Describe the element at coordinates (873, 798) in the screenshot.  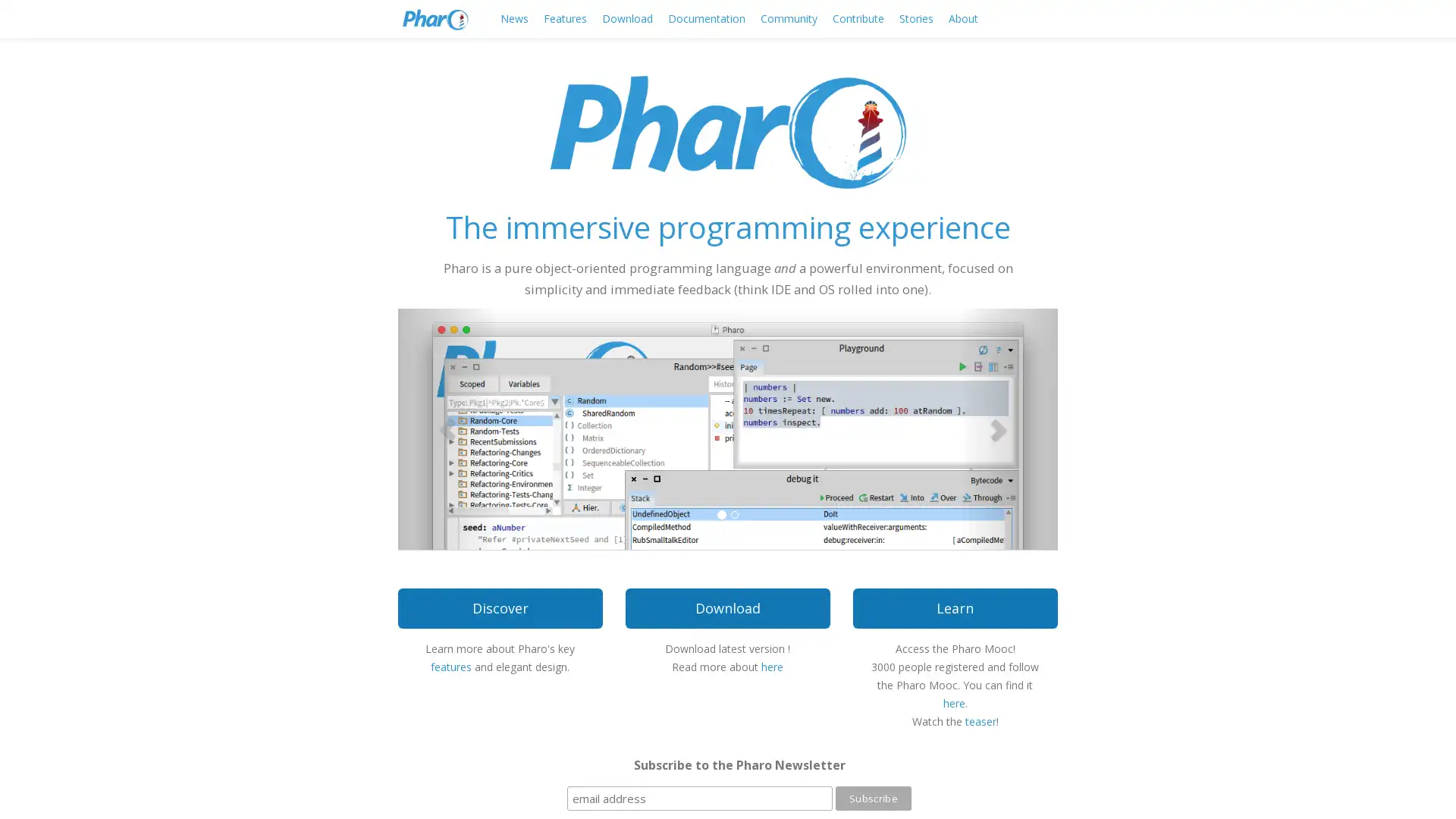
I see `Subscribe` at that location.